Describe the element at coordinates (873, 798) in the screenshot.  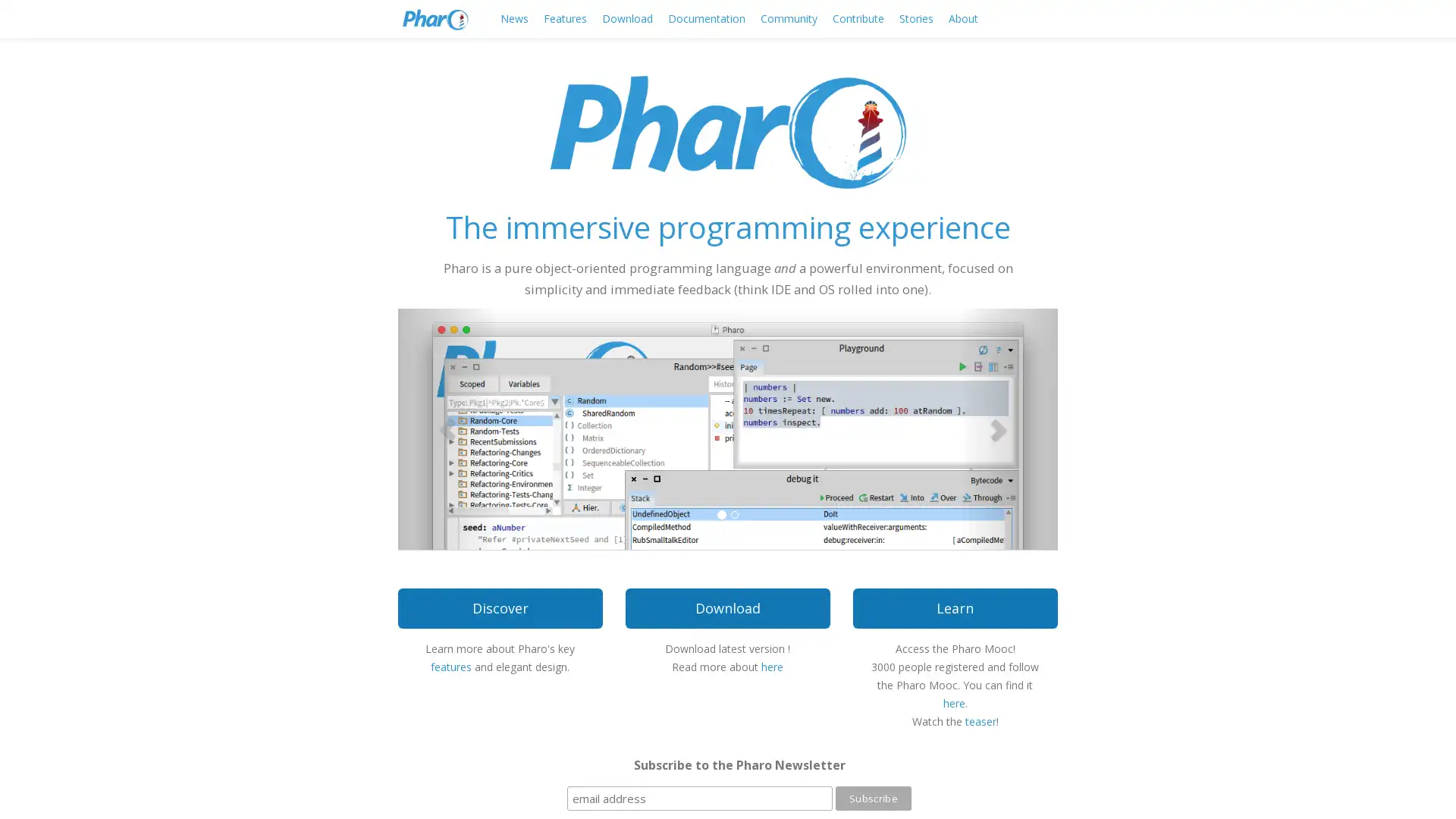
I see `Subscribe` at that location.